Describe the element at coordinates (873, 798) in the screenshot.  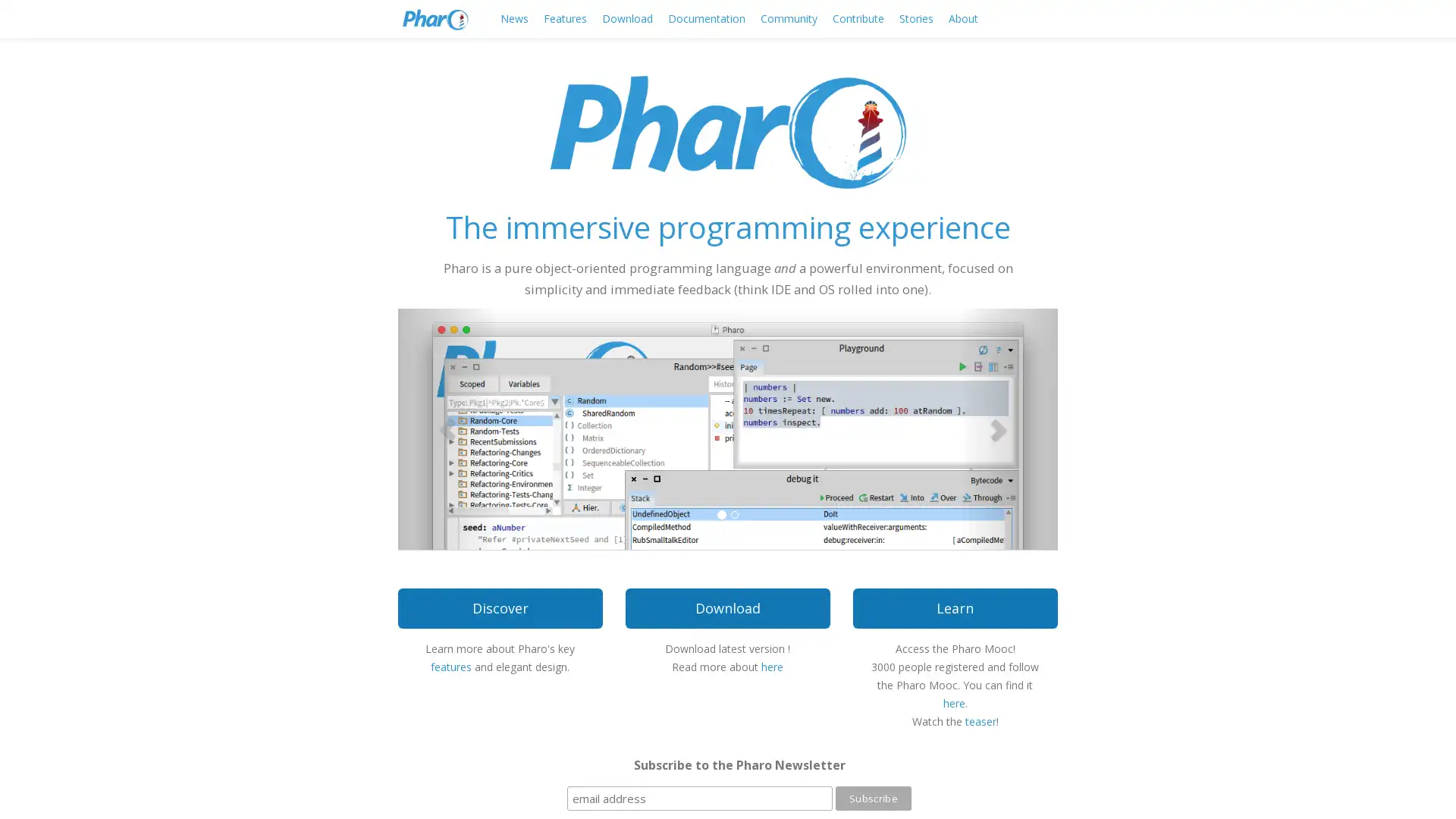
I see `Subscribe` at that location.